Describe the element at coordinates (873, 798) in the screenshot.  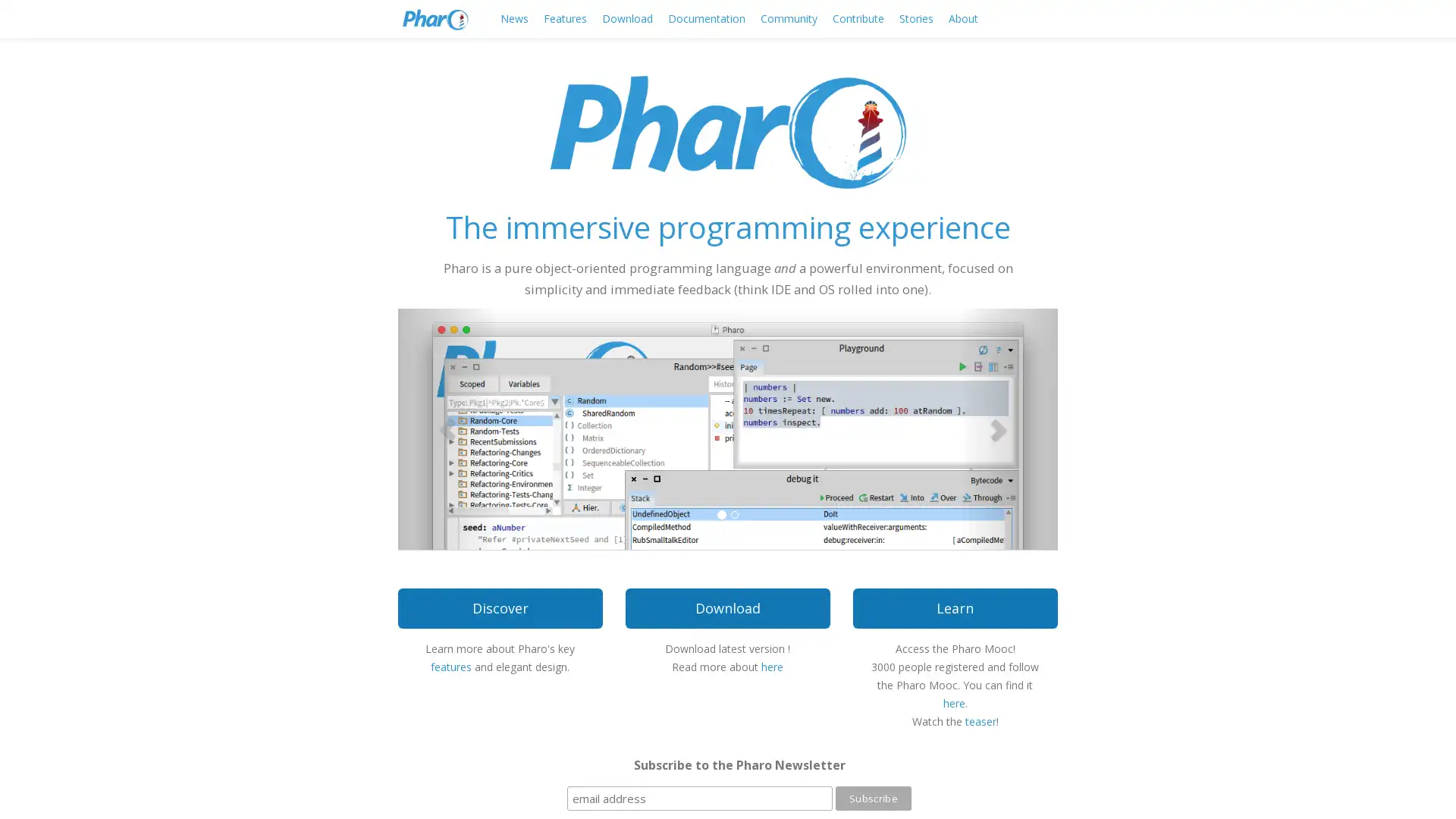
I see `Subscribe` at that location.